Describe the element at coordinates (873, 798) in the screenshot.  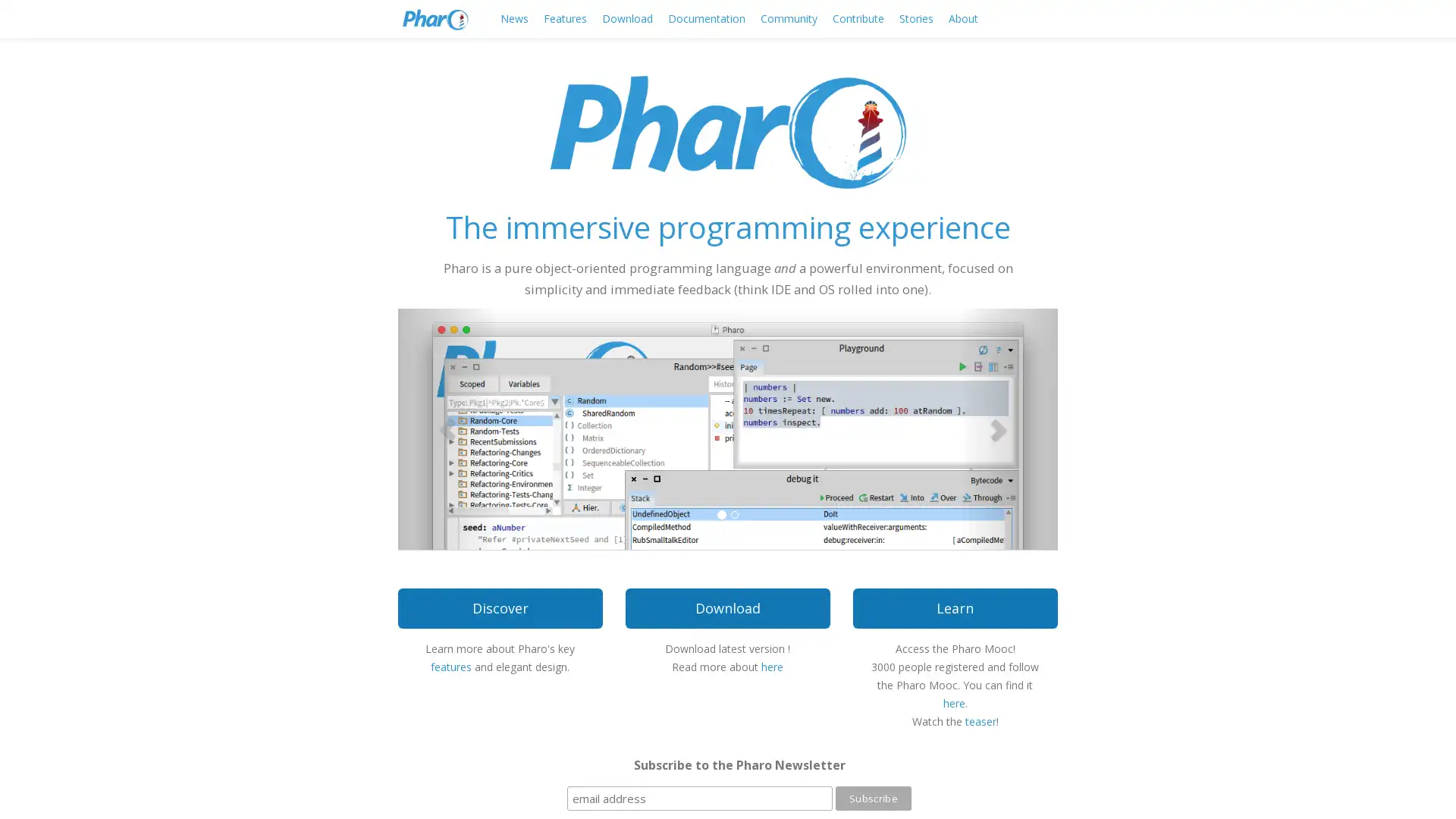
I see `Subscribe` at that location.